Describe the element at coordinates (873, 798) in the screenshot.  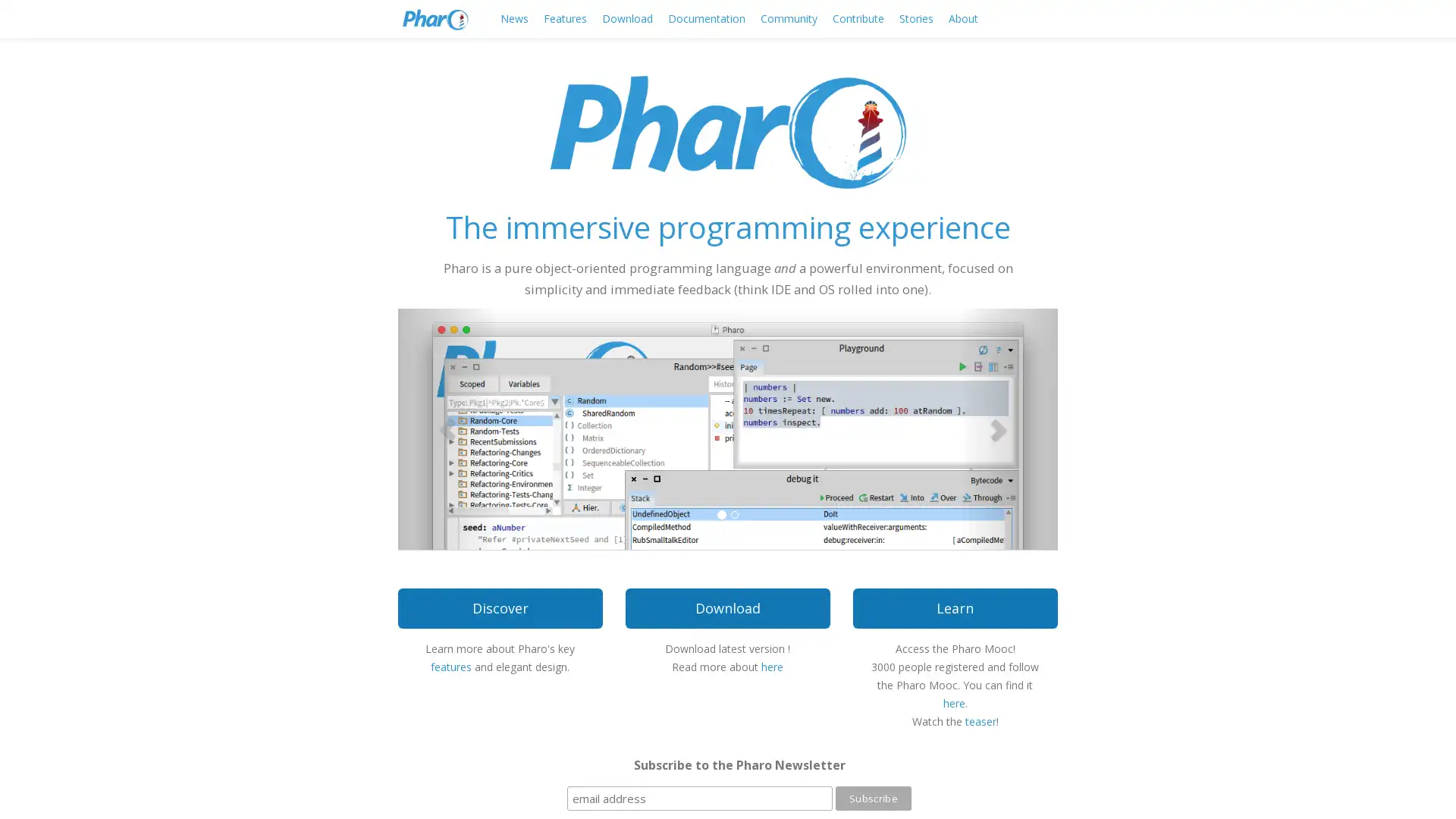
I see `Subscribe` at that location.